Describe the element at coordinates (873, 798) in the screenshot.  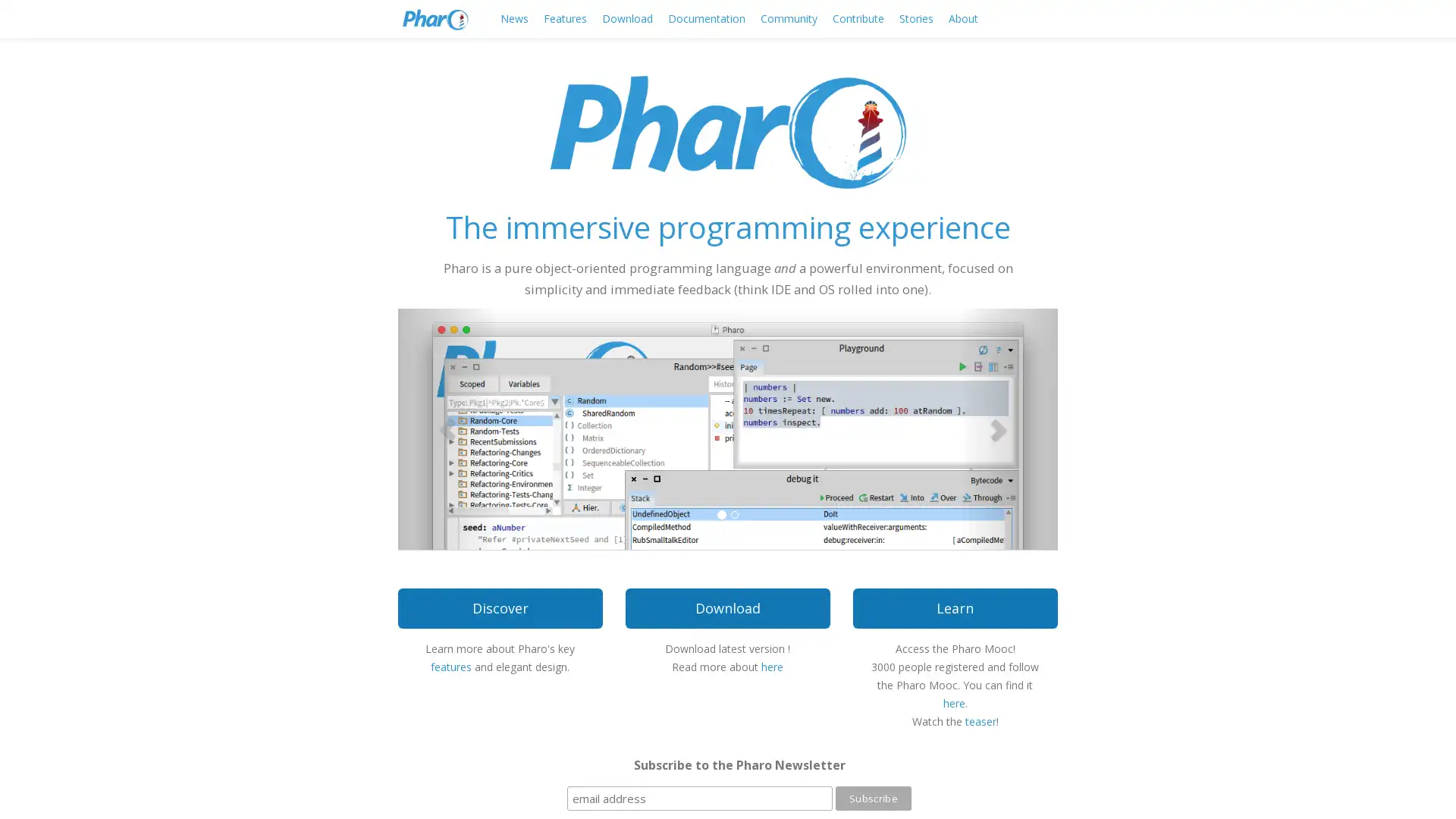
I see `Subscribe` at that location.